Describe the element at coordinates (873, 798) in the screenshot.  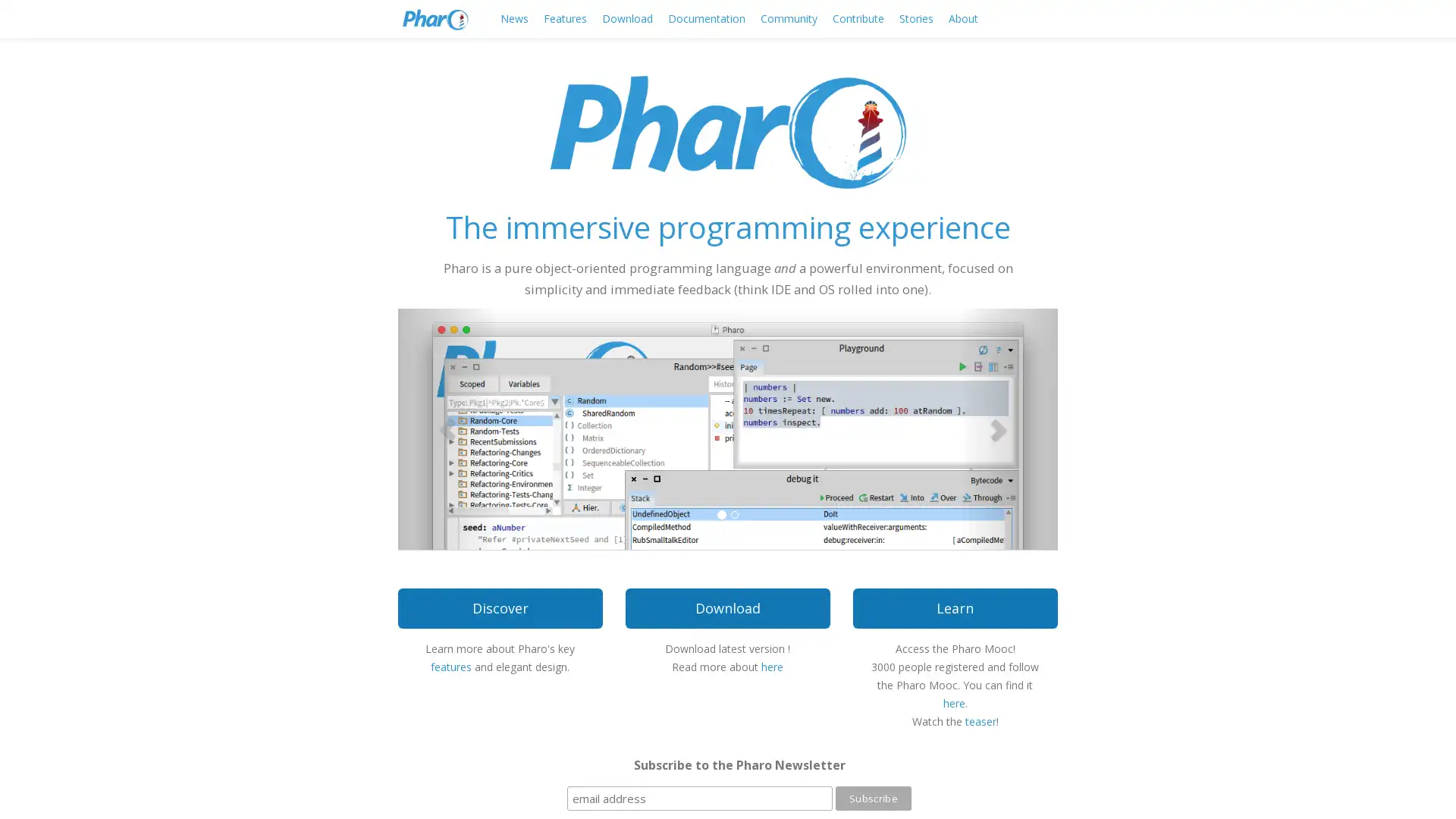
I see `Subscribe` at that location.